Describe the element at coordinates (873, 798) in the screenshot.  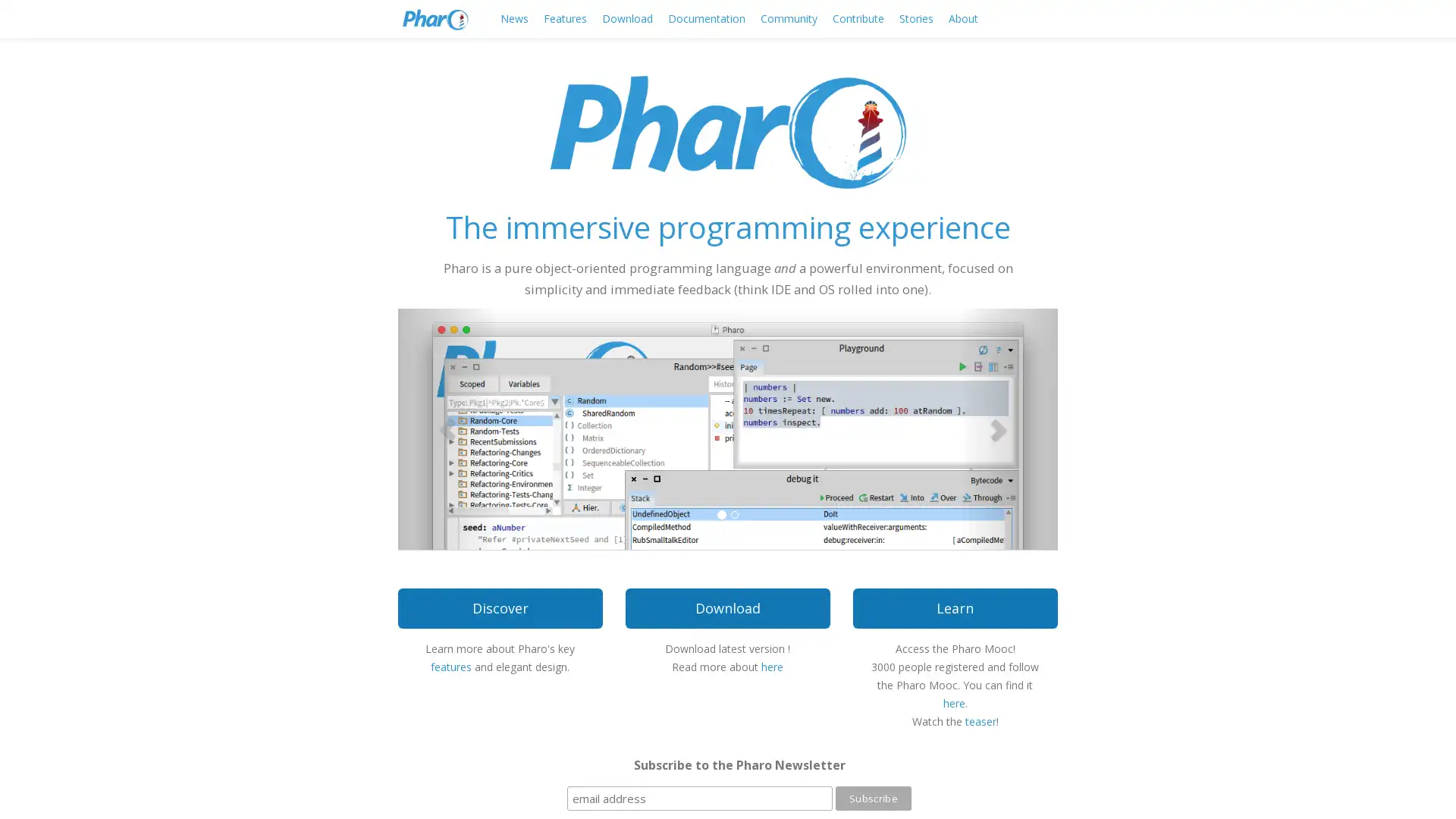
I see `Subscribe` at that location.